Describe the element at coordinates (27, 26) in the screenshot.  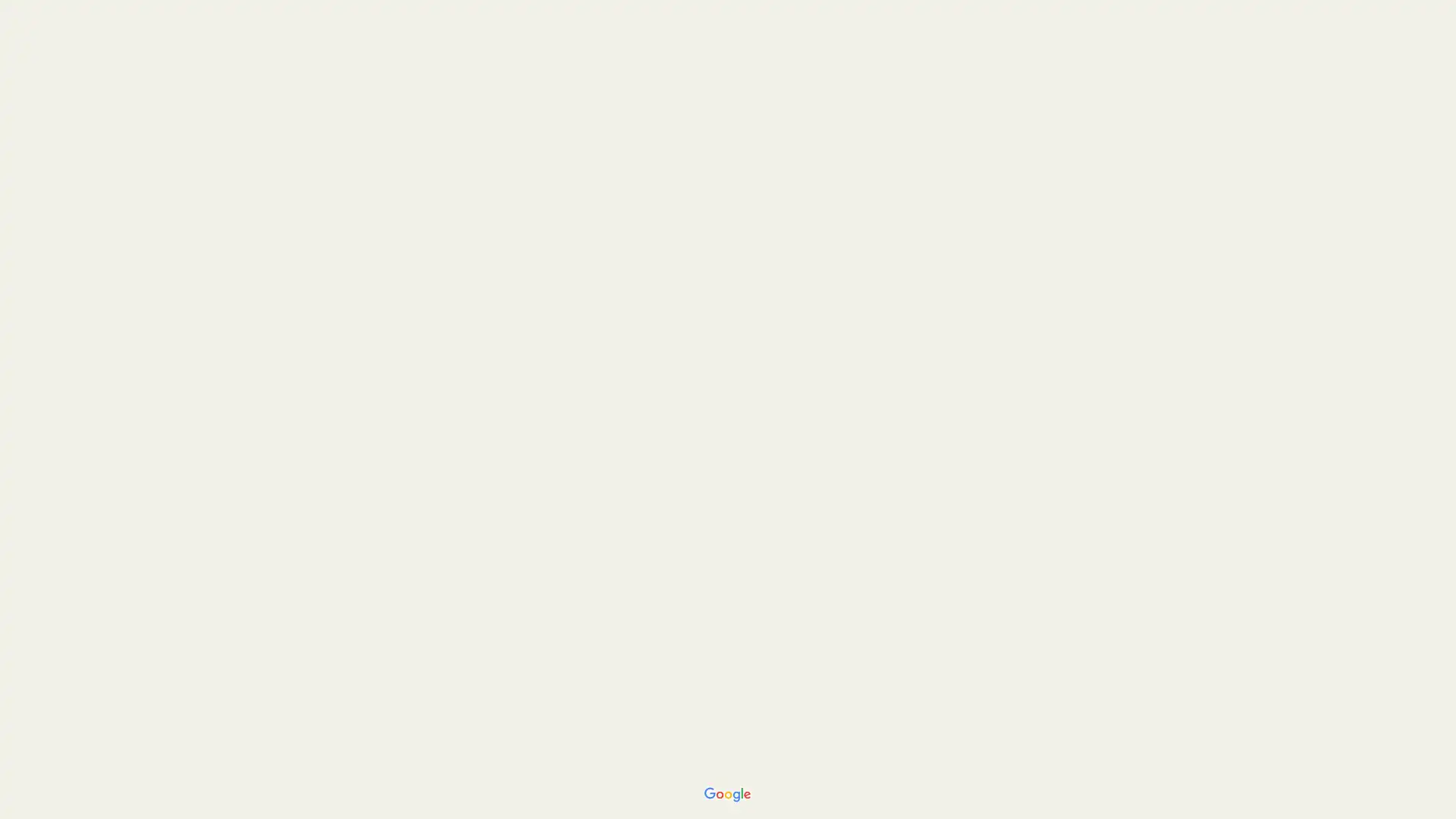
I see `Menu` at that location.